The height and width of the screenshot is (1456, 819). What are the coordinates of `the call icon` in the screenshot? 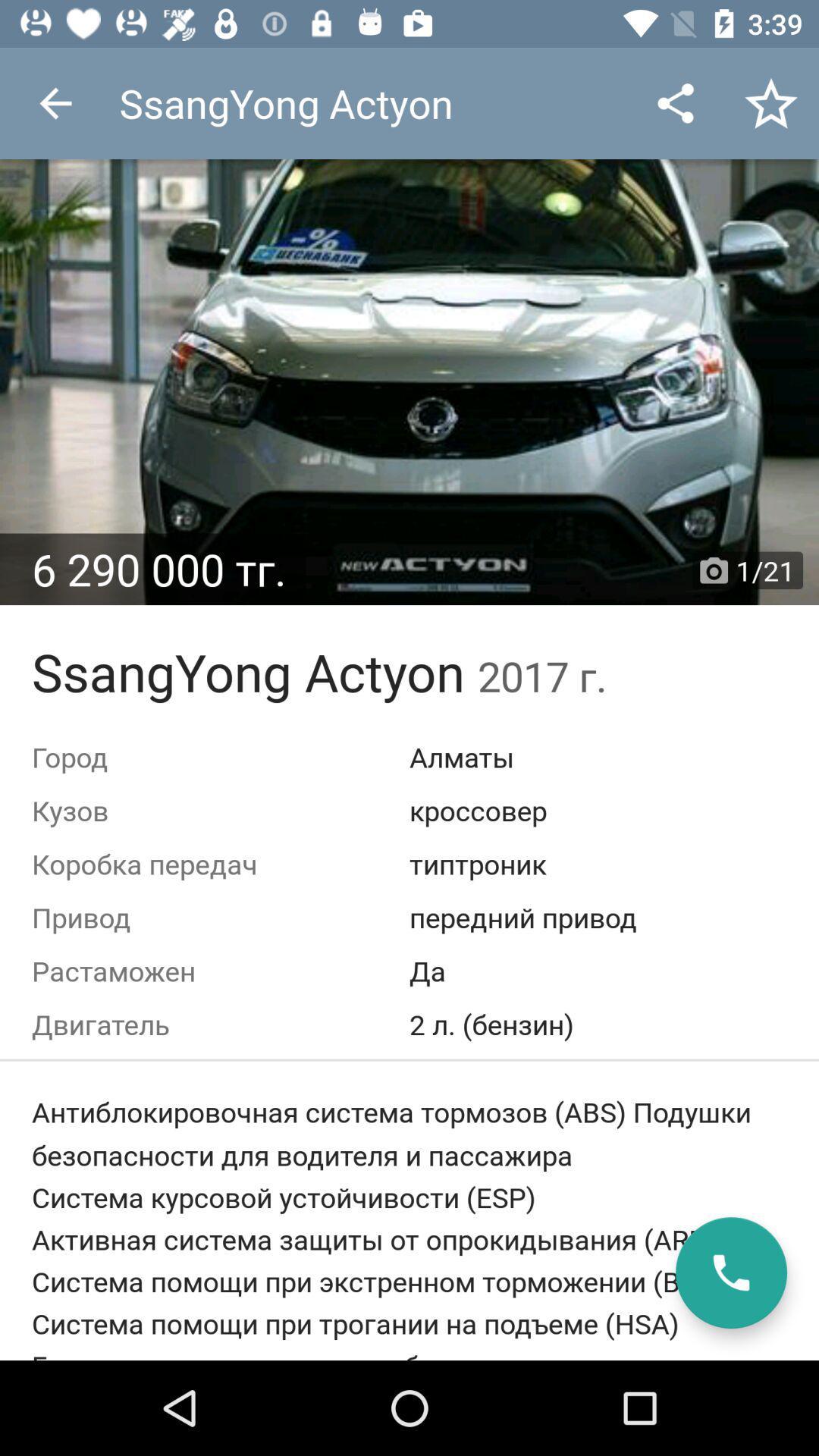 It's located at (730, 1272).